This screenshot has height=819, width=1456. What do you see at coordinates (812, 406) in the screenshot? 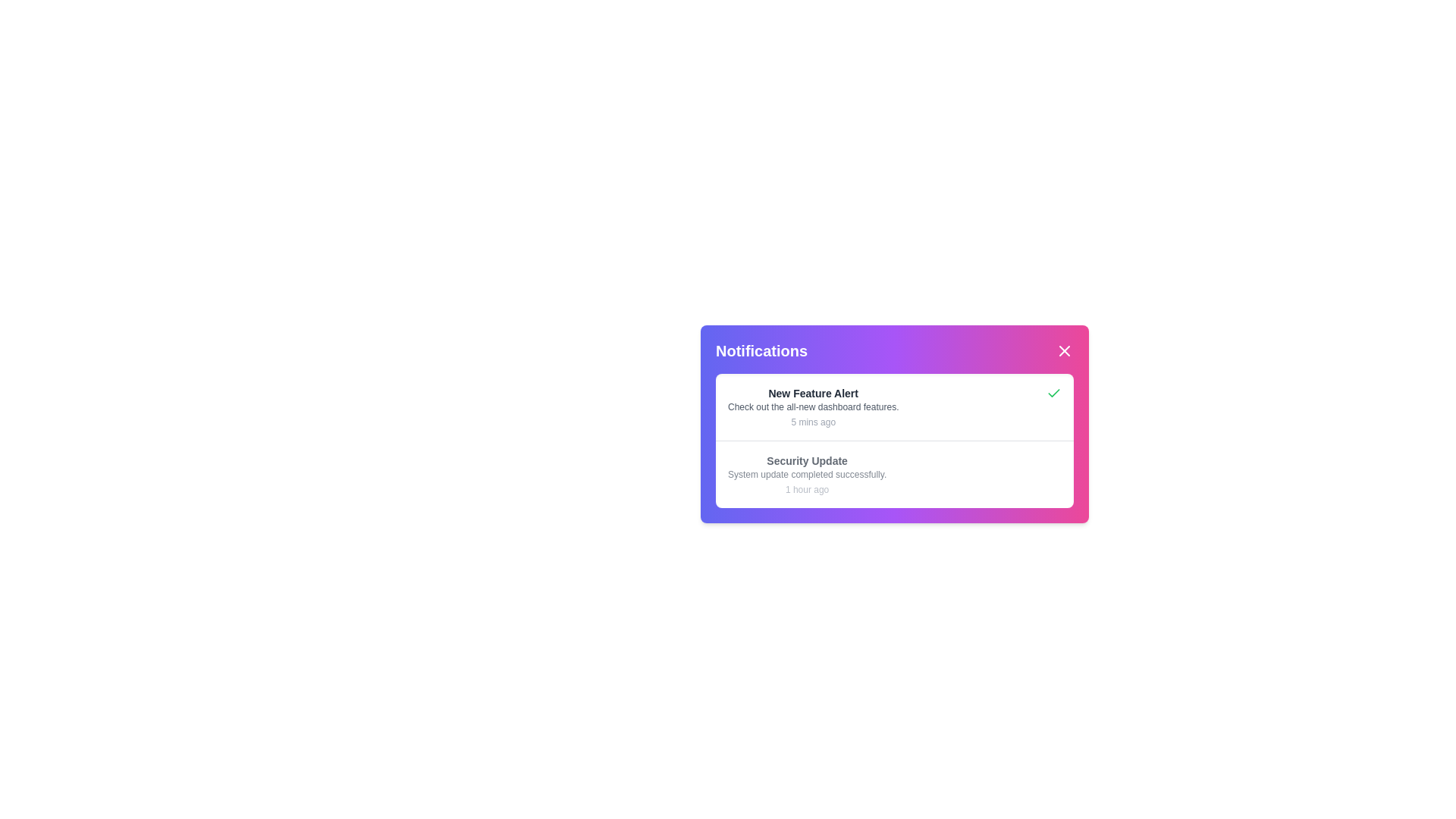
I see `the text label displaying the message 'Check out the all-new dashboard features.' located below the 'New Feature Alert' heading within the notification card` at bounding box center [812, 406].